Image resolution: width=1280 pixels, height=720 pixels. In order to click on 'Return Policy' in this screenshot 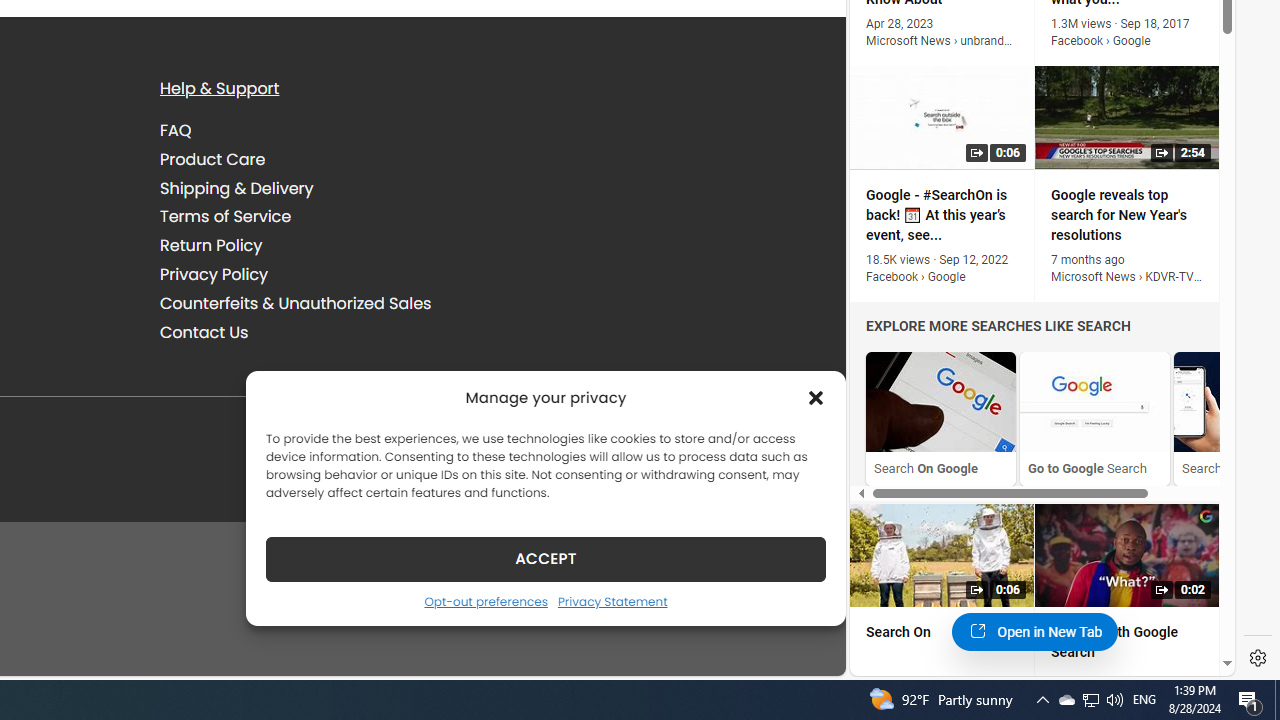, I will do `click(211, 244)`.